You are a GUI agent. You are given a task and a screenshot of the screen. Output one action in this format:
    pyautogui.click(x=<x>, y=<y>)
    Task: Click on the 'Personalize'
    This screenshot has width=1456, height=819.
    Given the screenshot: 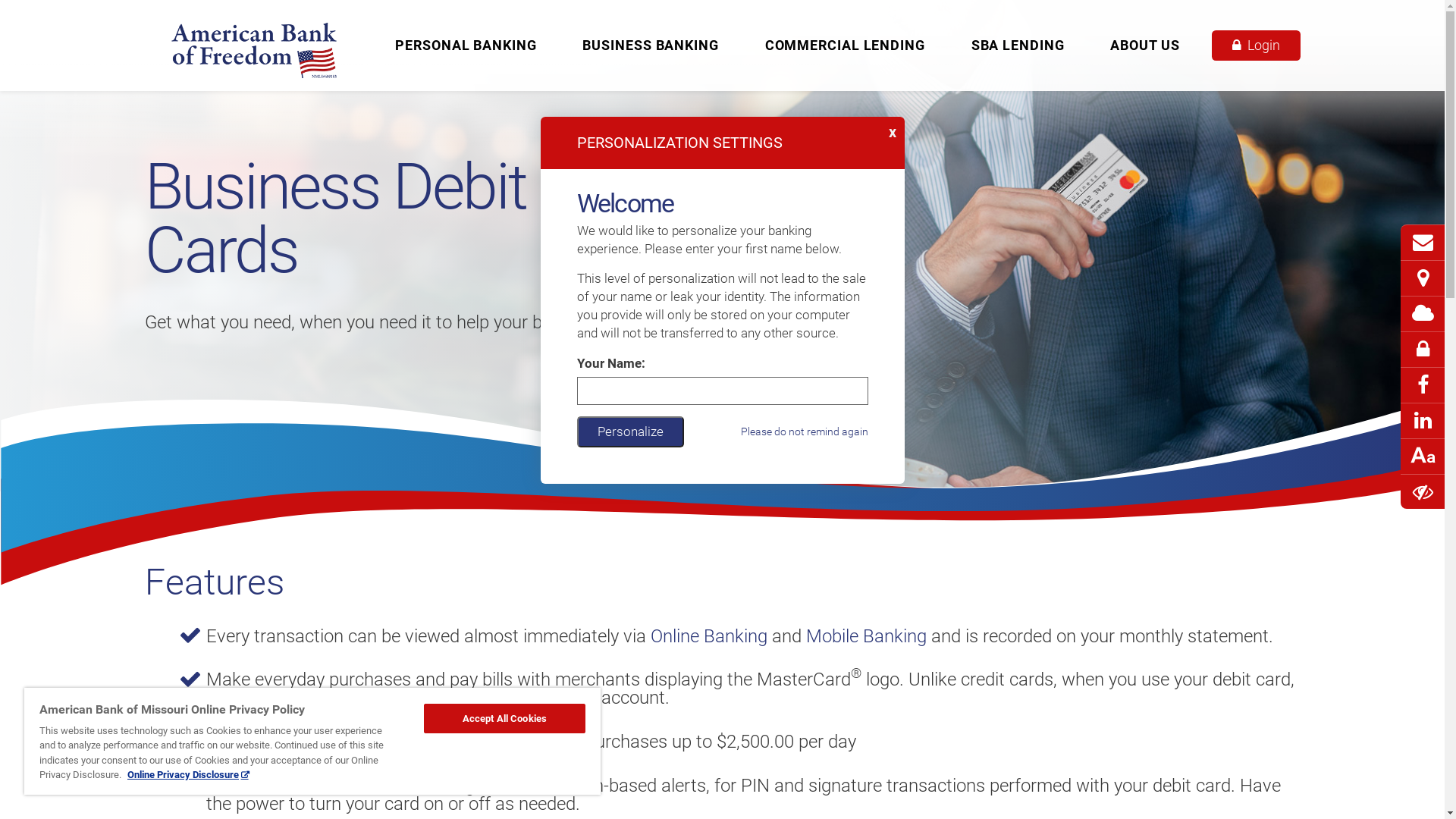 What is the action you would take?
    pyautogui.click(x=629, y=431)
    